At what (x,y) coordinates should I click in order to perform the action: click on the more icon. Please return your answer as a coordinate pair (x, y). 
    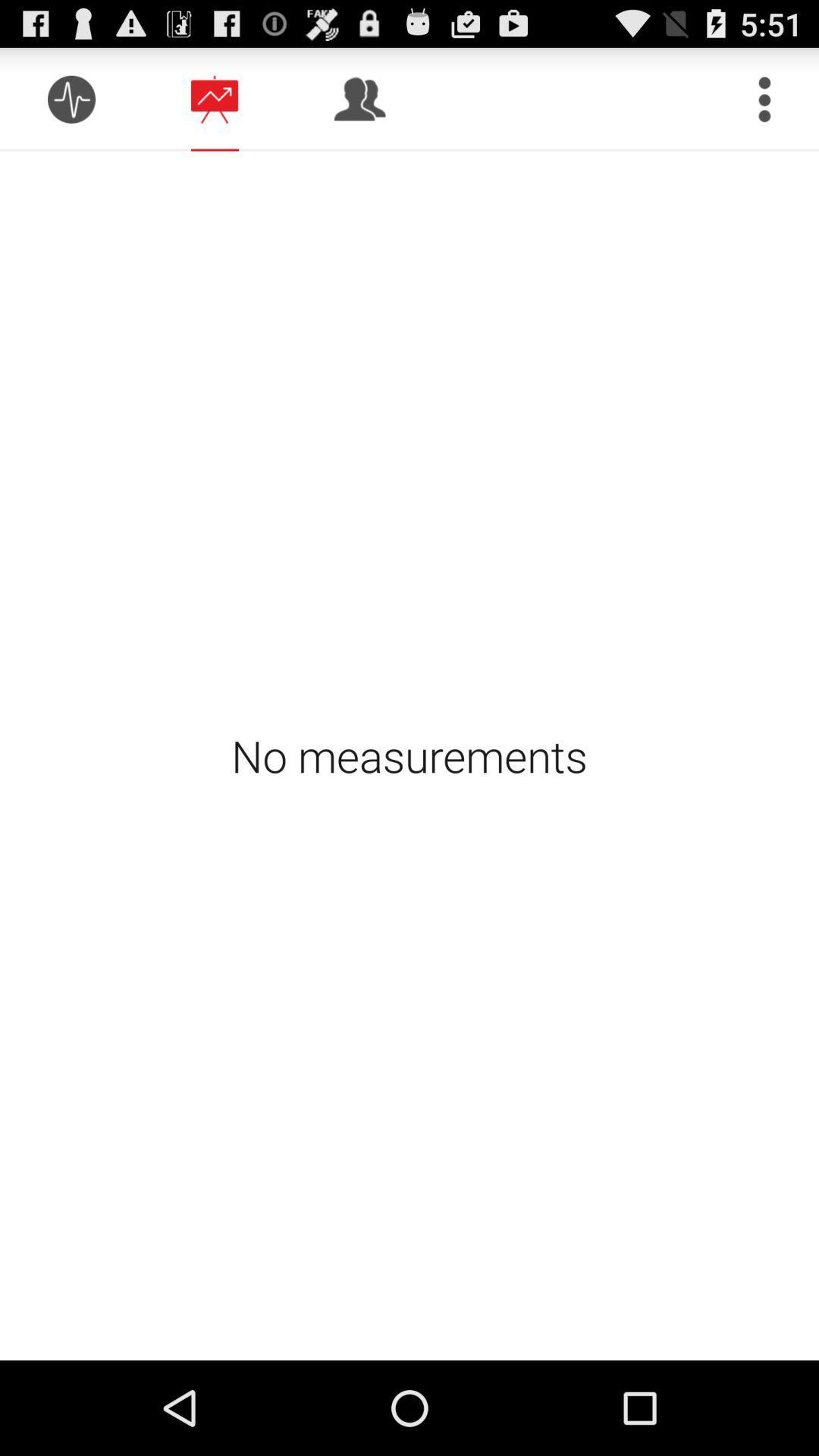
    Looking at the image, I should click on (764, 105).